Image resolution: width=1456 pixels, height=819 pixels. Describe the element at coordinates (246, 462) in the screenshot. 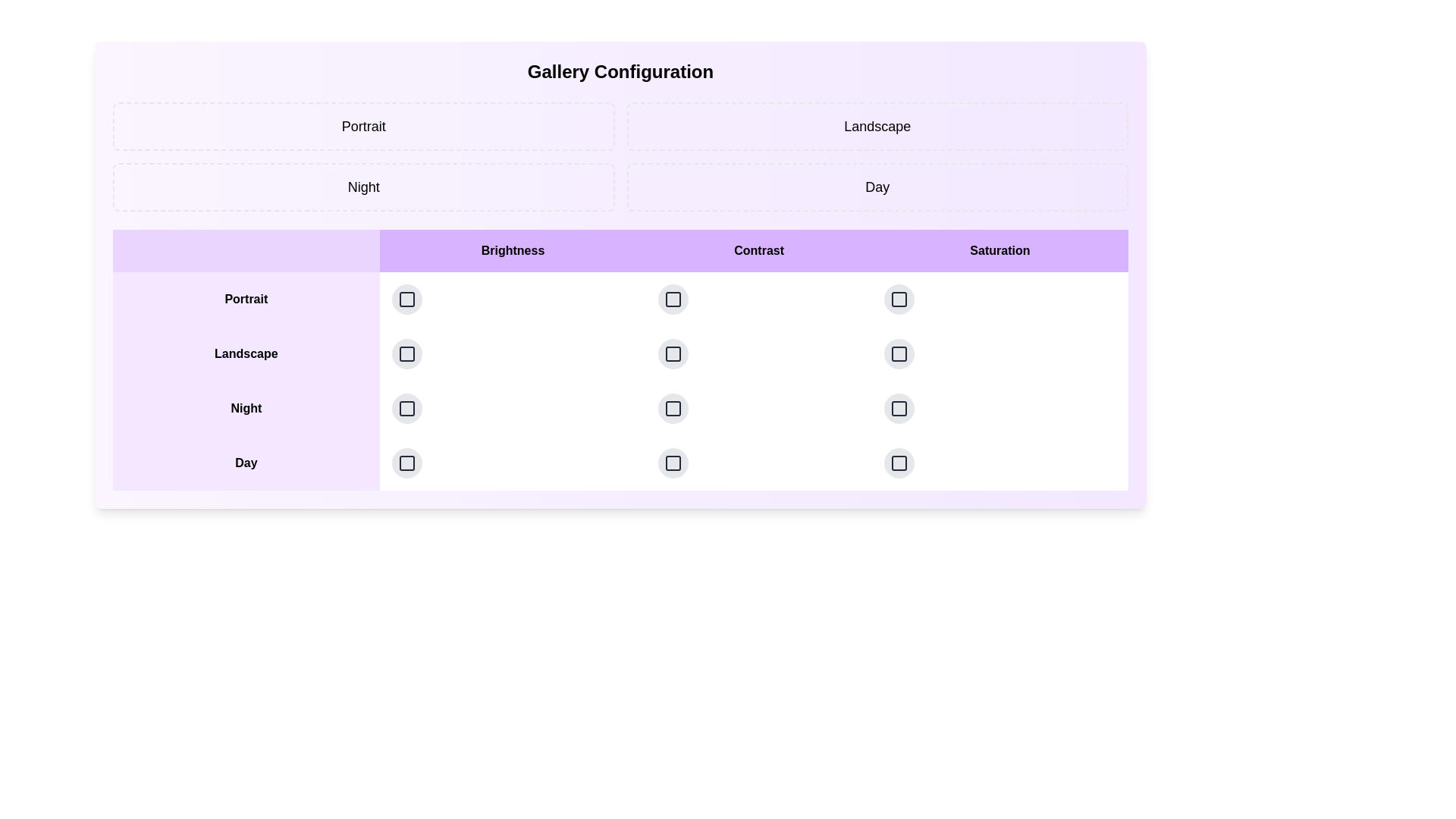

I see `the Static Label displaying the word 'Day', which is the last item in a vertical list of labels under a light purple section heading` at that location.